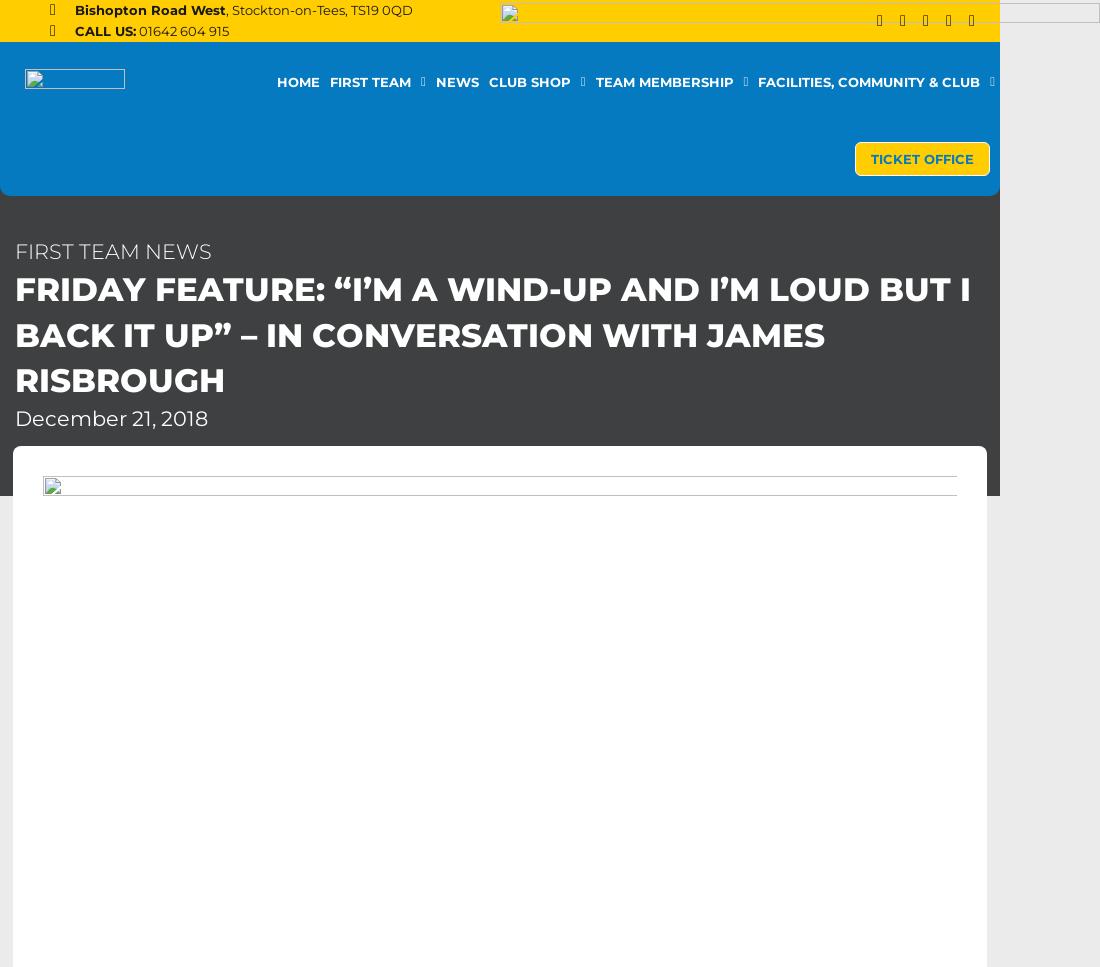 This screenshot has height=967, width=1100. What do you see at coordinates (868, 81) in the screenshot?
I see `'Facilities, Community & Club'` at bounding box center [868, 81].